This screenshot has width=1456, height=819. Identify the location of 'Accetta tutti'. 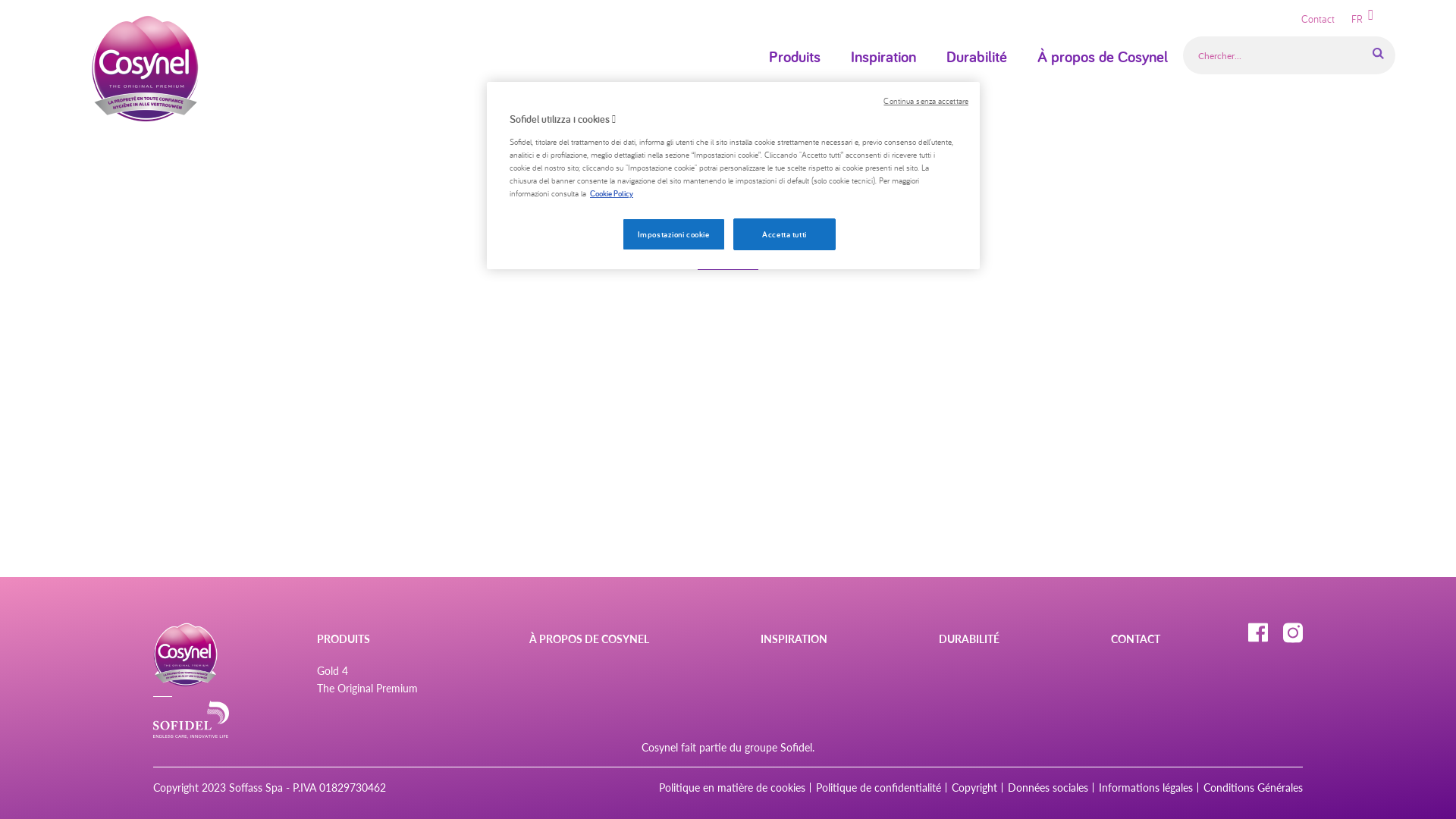
(733, 234).